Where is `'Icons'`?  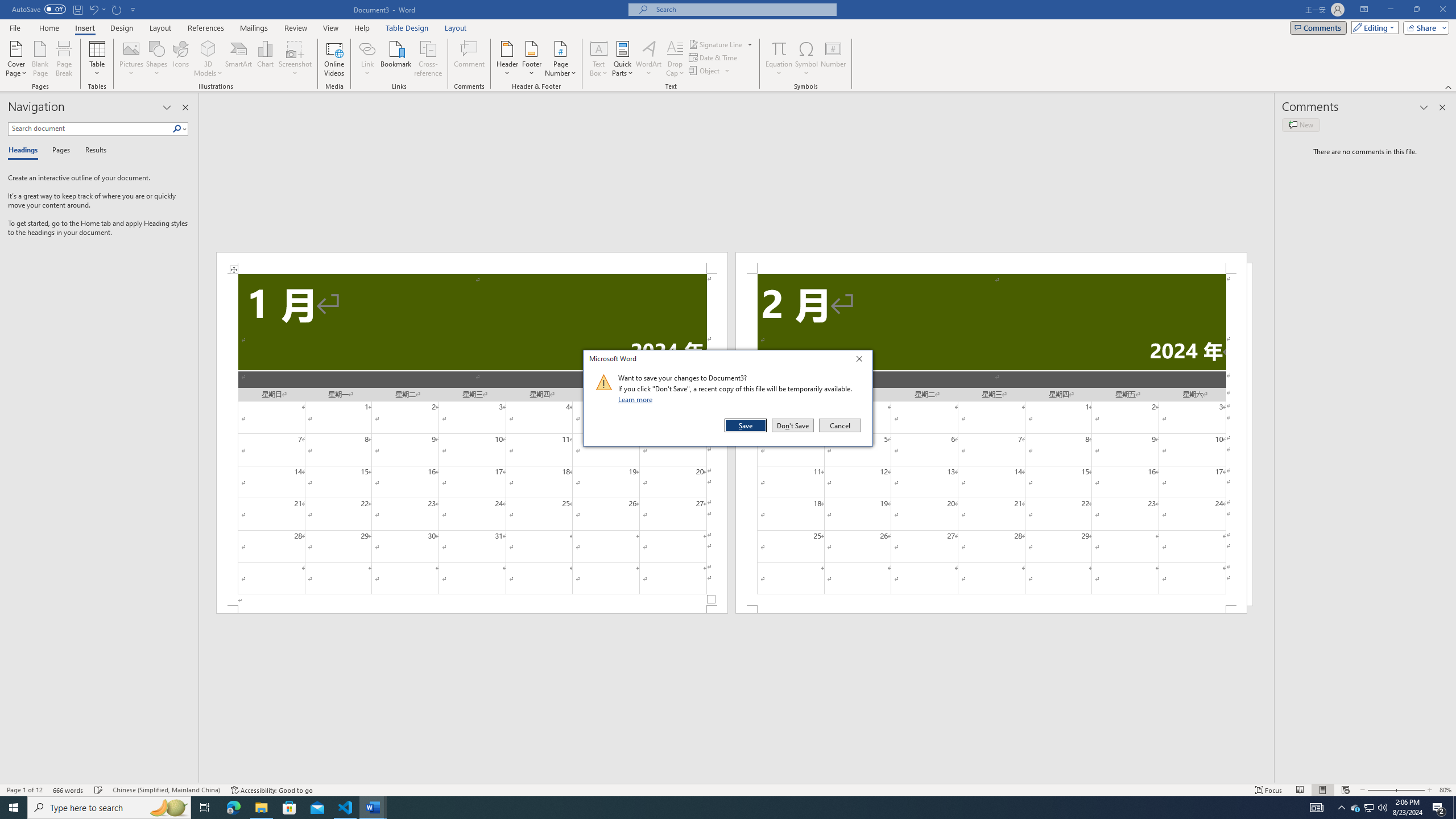
'Icons' is located at coordinates (180, 59).